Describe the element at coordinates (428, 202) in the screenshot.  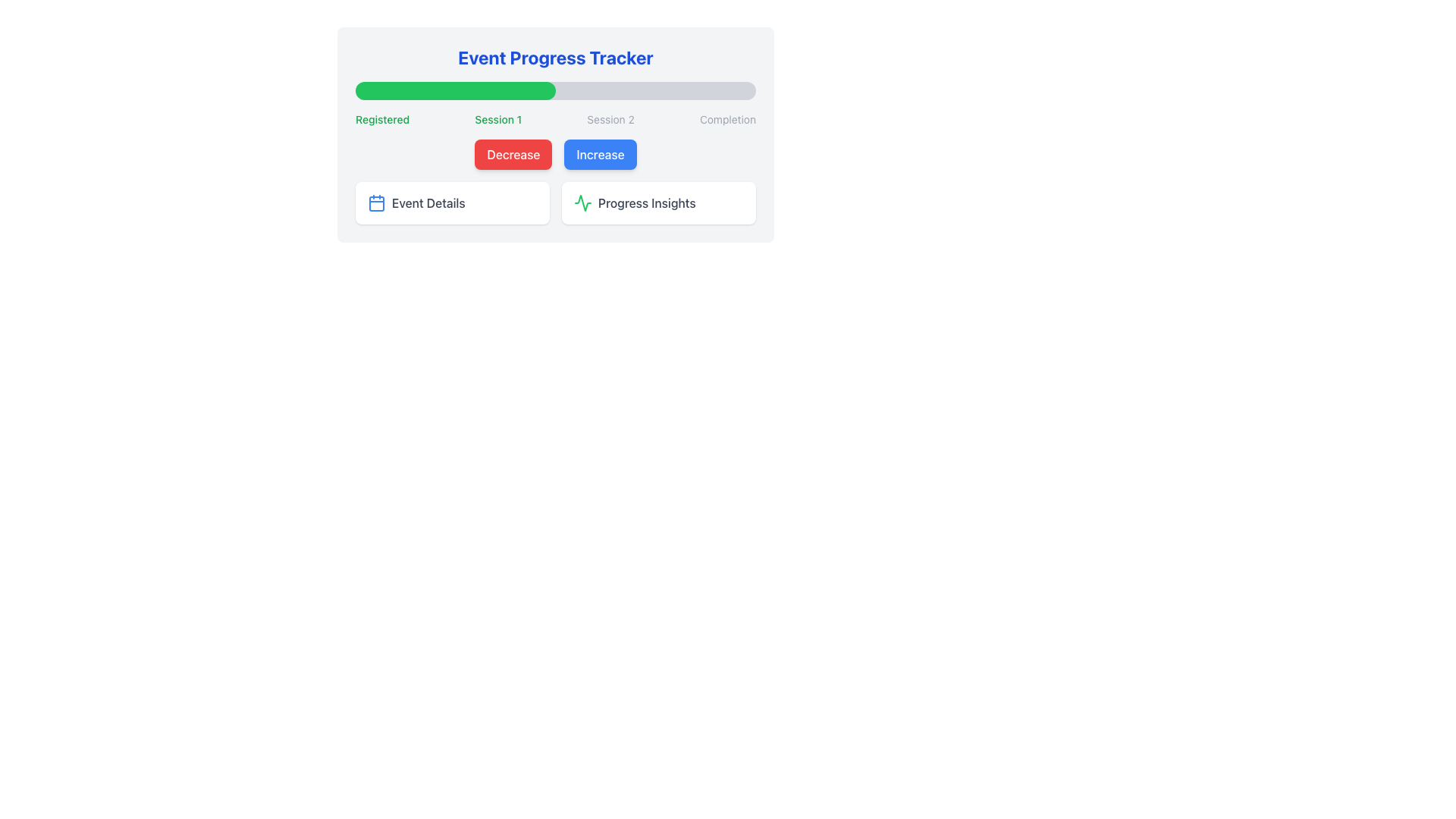
I see `the Text Label that serves as a header for its section, located beneath the main progress tracker header, alongside a blue calendar icon` at that location.